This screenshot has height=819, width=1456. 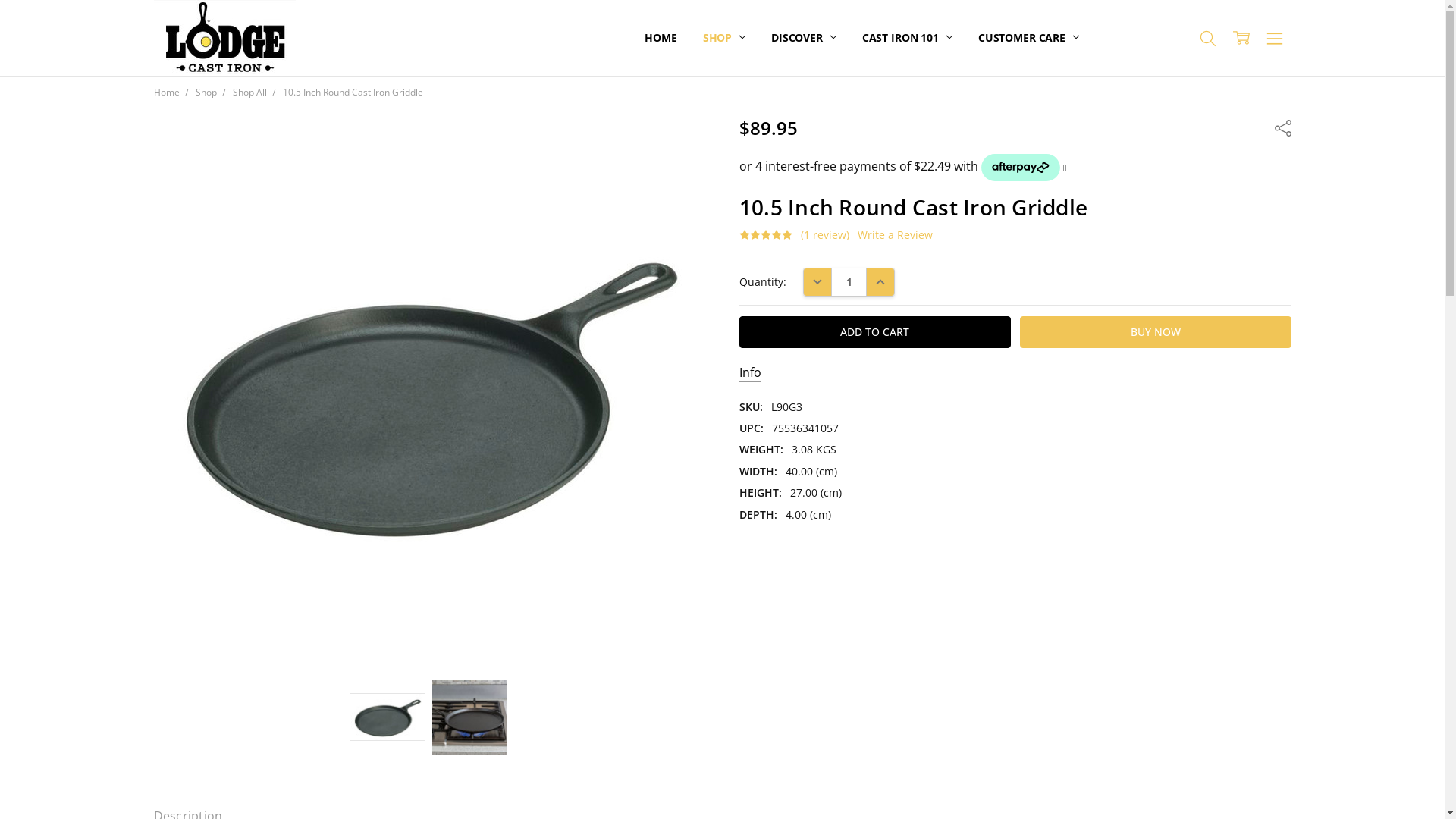 What do you see at coordinates (195, 92) in the screenshot?
I see `'Shop'` at bounding box center [195, 92].